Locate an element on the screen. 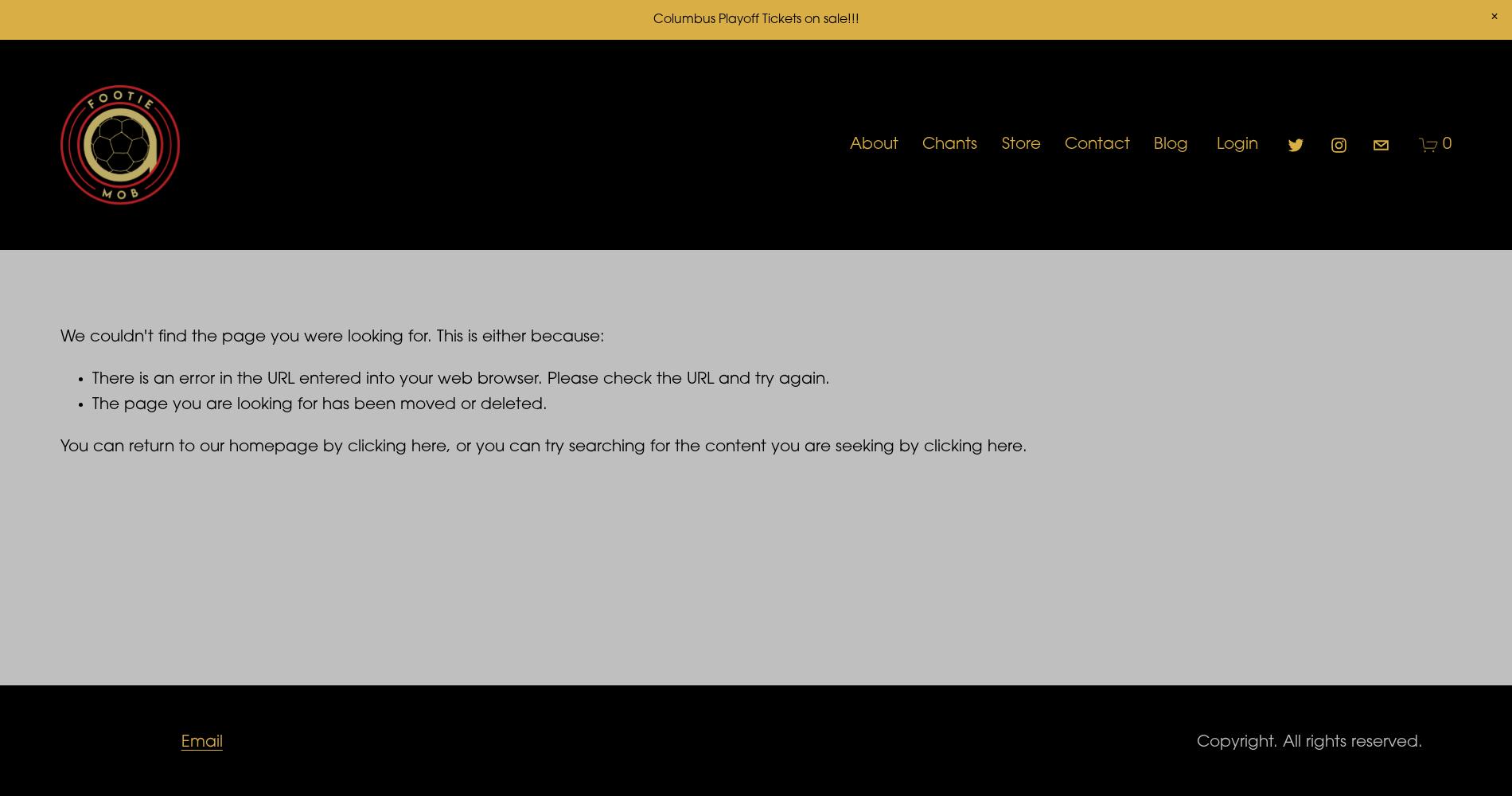 This screenshot has width=1512, height=796. 'Email' is located at coordinates (201, 743).